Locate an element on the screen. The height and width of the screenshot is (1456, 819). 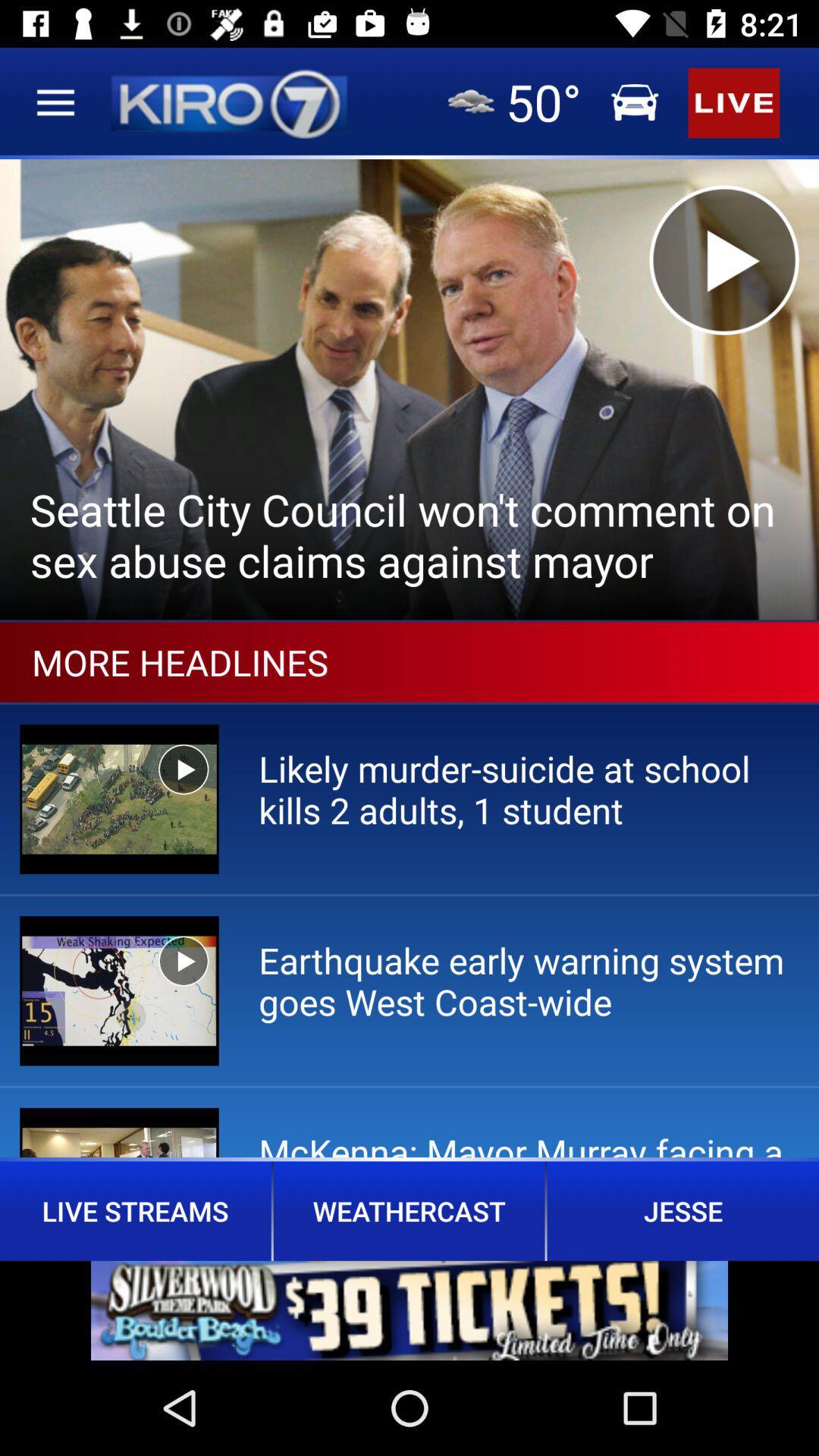
the image below the more headlines is located at coordinates (118, 799).